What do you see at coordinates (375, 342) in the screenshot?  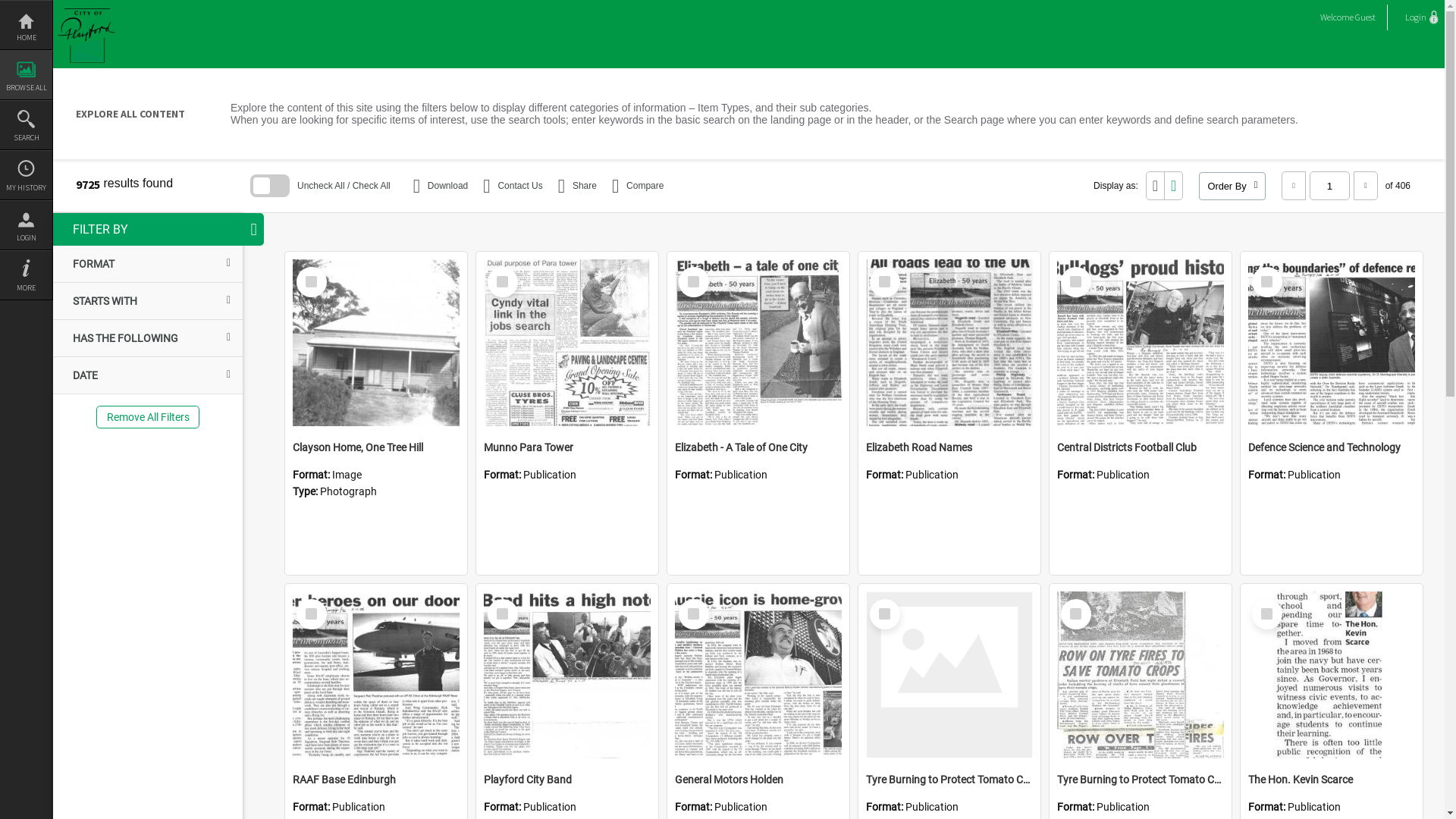 I see `'Clayson Home, One Tree Hill'` at bounding box center [375, 342].